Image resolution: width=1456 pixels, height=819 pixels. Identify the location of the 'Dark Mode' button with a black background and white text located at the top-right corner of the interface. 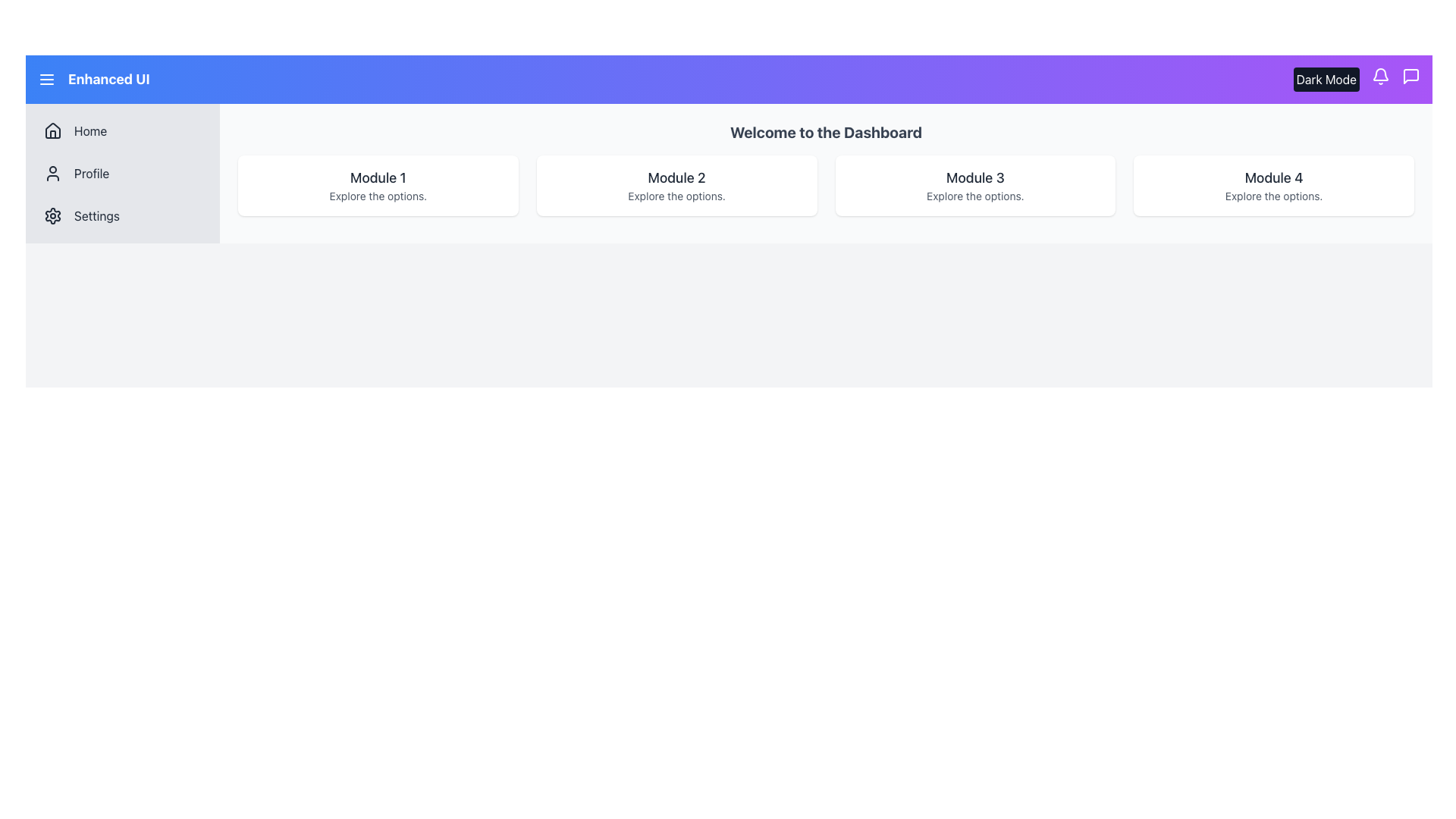
(1357, 79).